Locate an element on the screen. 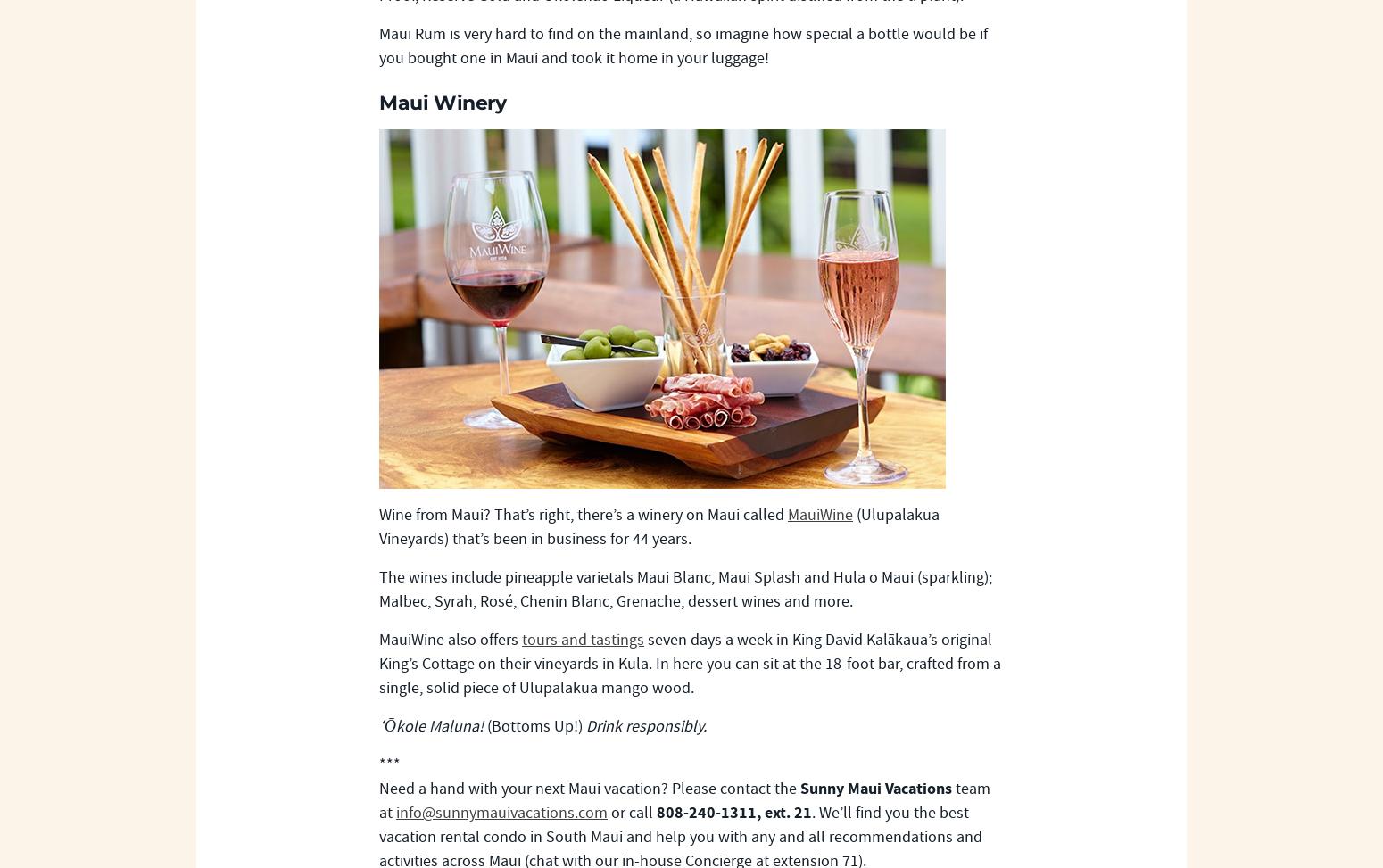  '***' is located at coordinates (389, 765).